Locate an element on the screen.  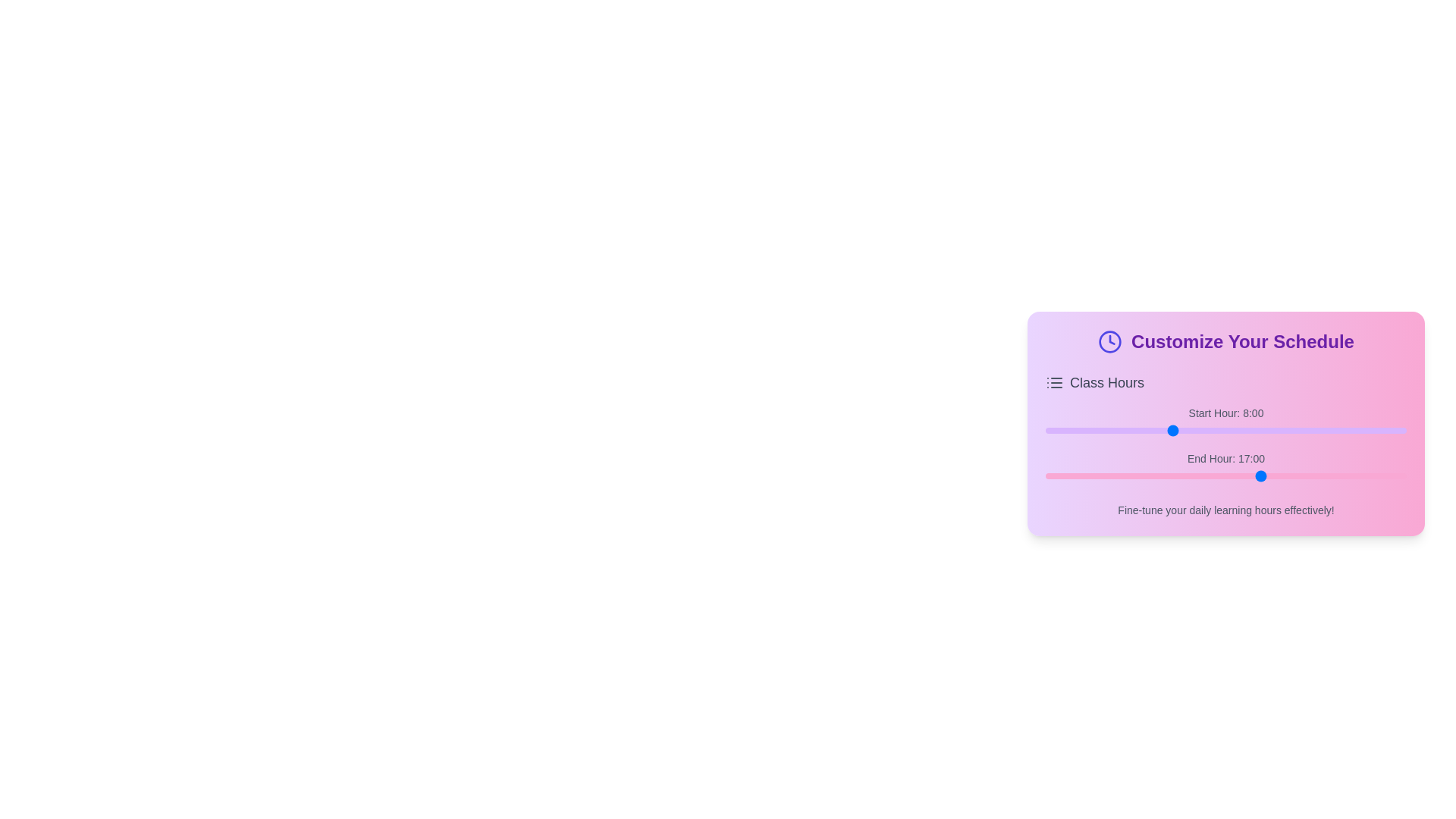
the slider to set the start hour to 7 is located at coordinates (1154, 430).